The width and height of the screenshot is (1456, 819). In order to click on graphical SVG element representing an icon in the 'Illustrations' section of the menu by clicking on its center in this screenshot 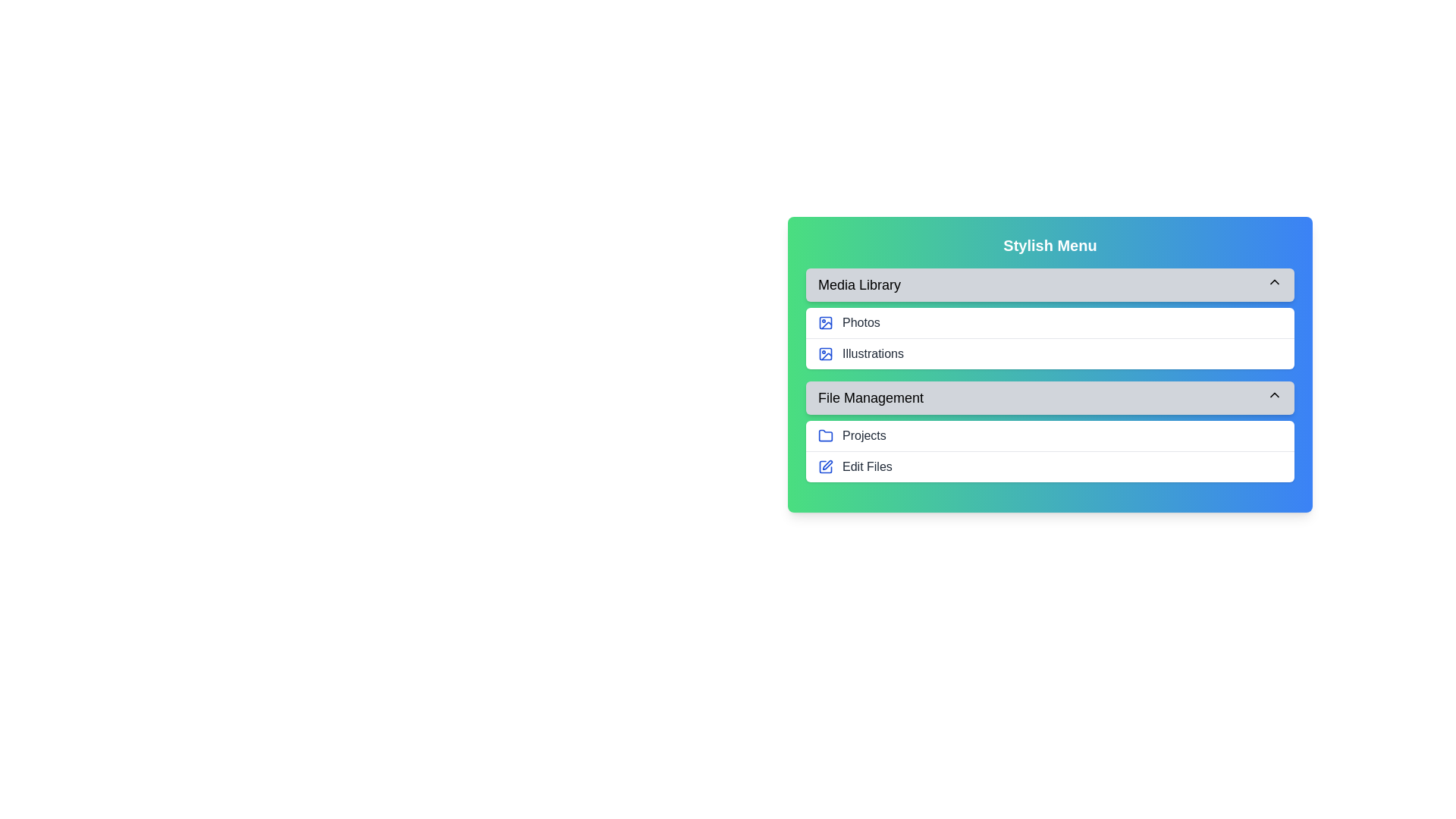, I will do `click(825, 353)`.